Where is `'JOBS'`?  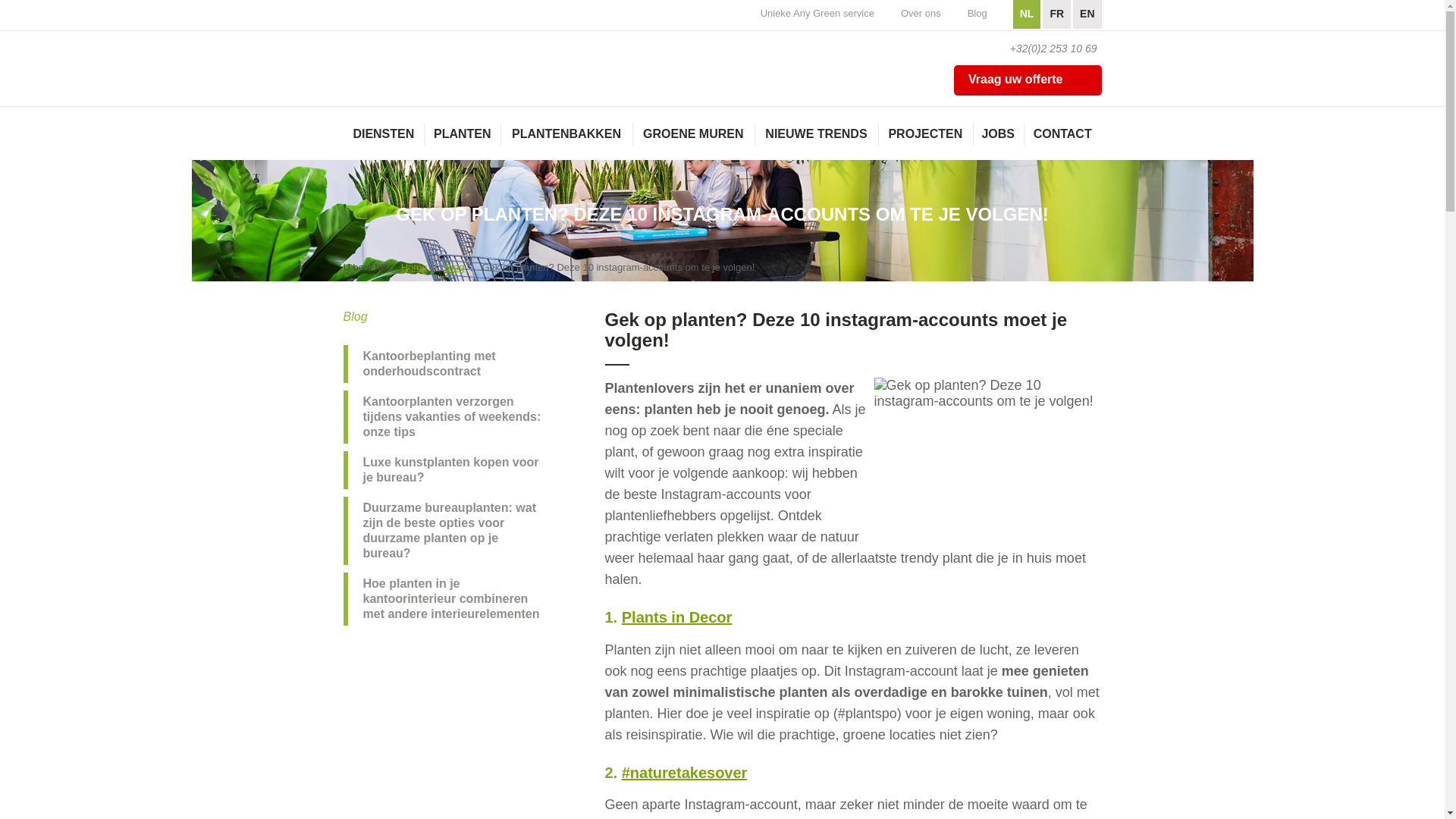
'JOBS' is located at coordinates (998, 141).